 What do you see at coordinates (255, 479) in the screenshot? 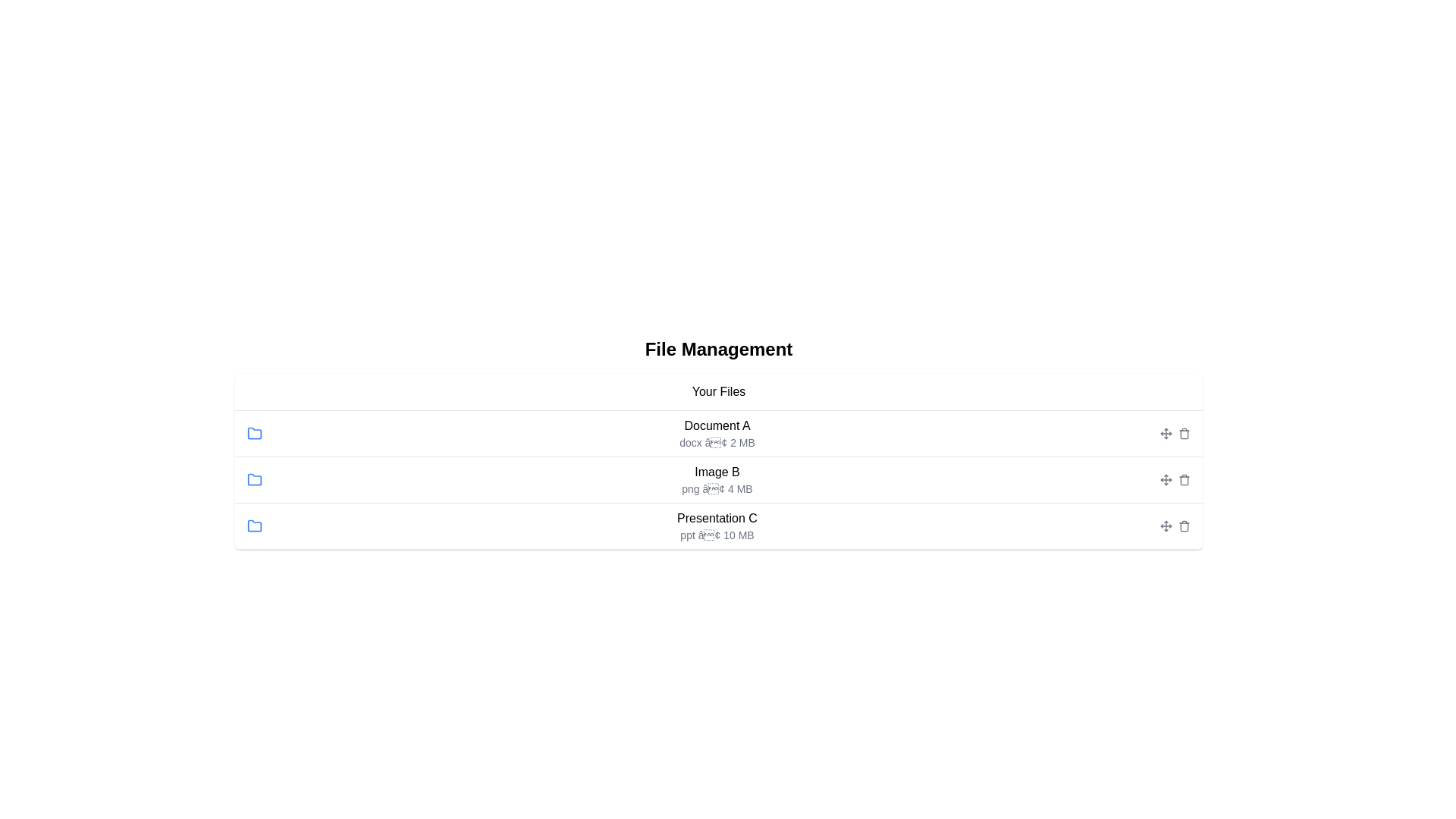
I see `the folder icon positioned in the second row of the file list, located directly to the left of the text 'Image B'` at bounding box center [255, 479].